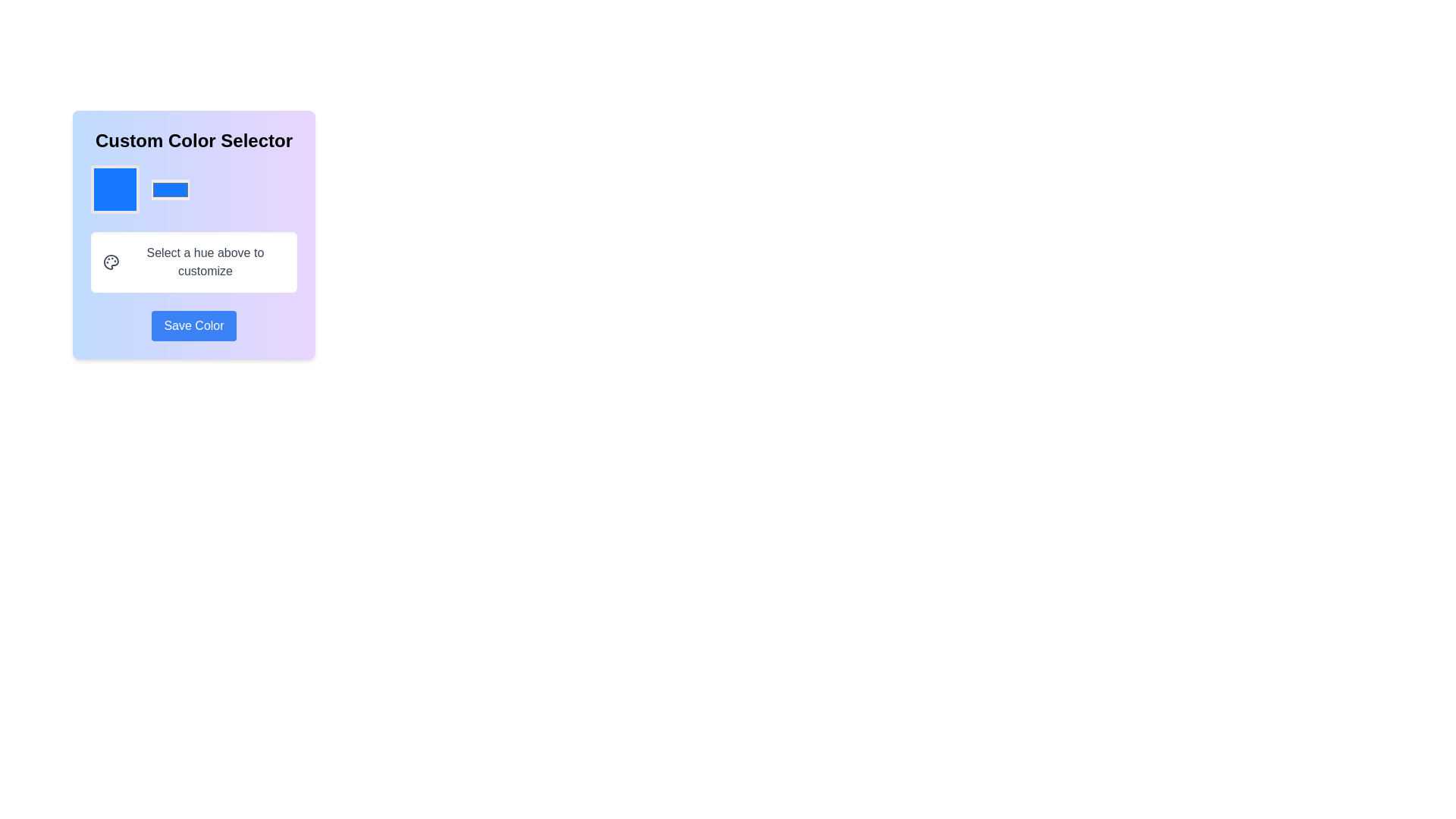  Describe the element at coordinates (110, 262) in the screenshot. I see `the palette icon located in the middle-left section of the card-like panel, which is positioned left of the text 'Select a hue above to customize'` at that location.